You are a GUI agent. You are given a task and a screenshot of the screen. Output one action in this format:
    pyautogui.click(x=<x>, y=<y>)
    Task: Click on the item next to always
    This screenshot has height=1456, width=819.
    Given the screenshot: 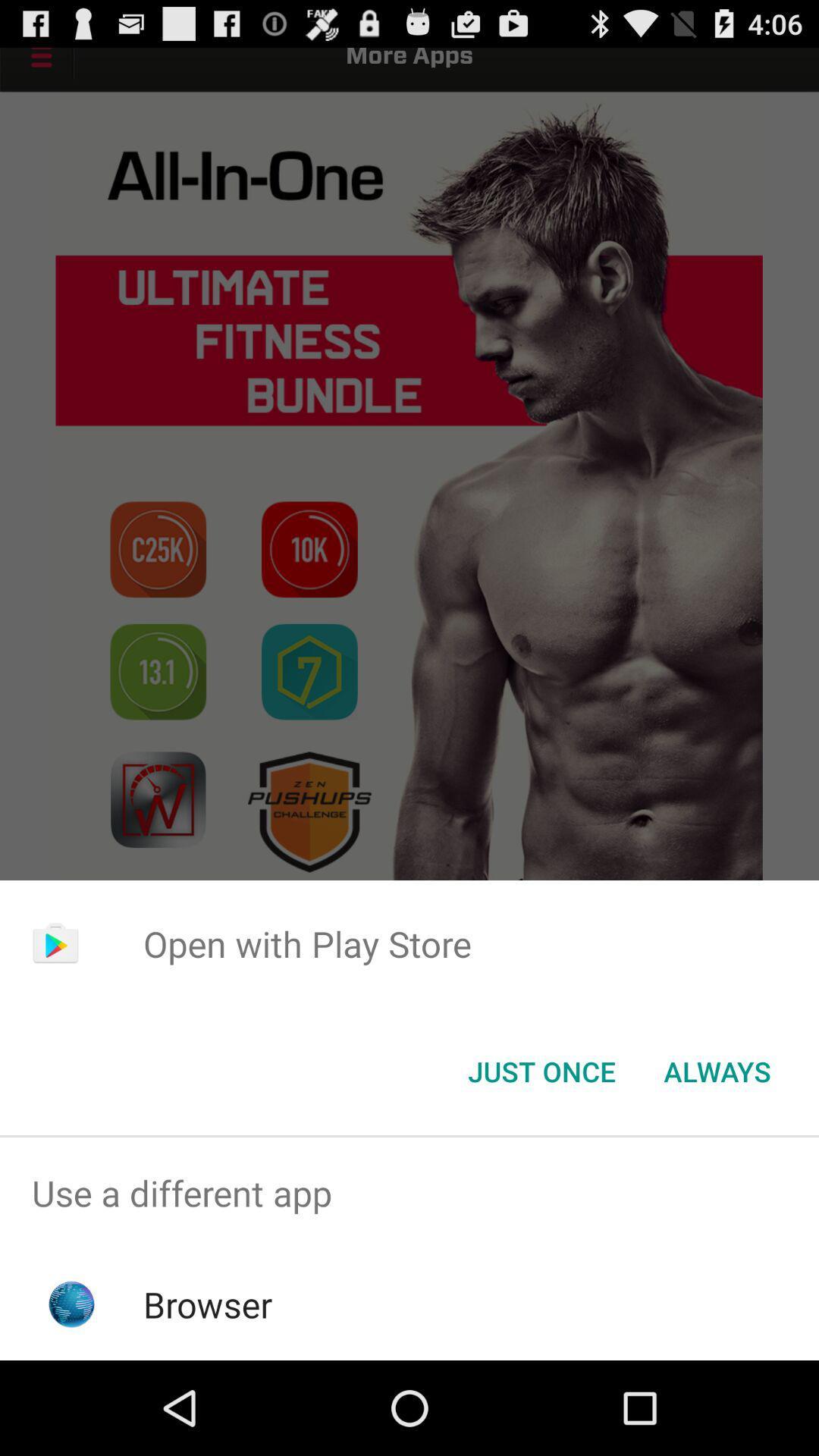 What is the action you would take?
    pyautogui.click(x=541, y=1070)
    